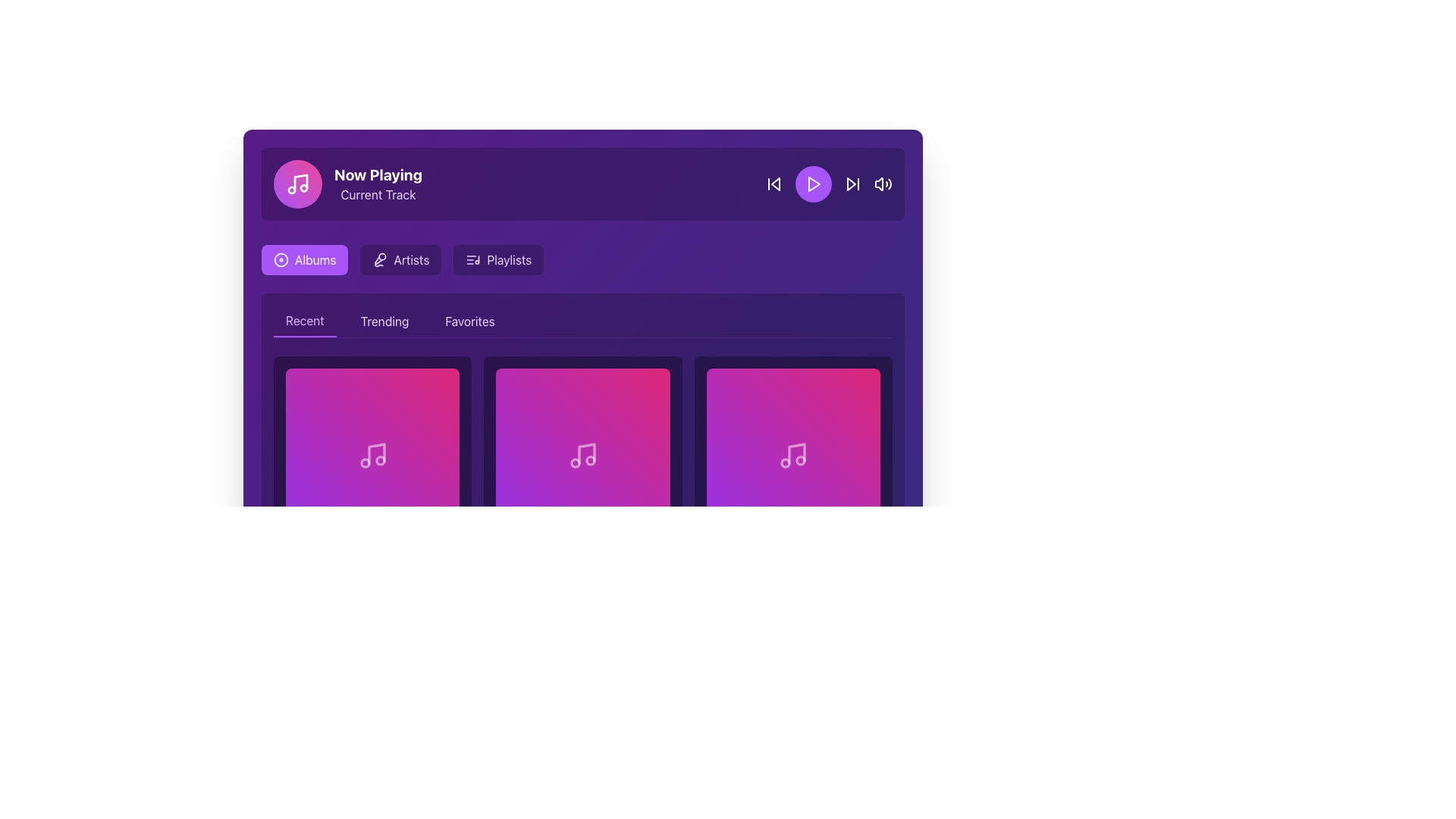  What do you see at coordinates (372, 454) in the screenshot?
I see `the music item icon located on the first card in the 'Recent' row, which is part of a grid layout below the main navigation` at bounding box center [372, 454].